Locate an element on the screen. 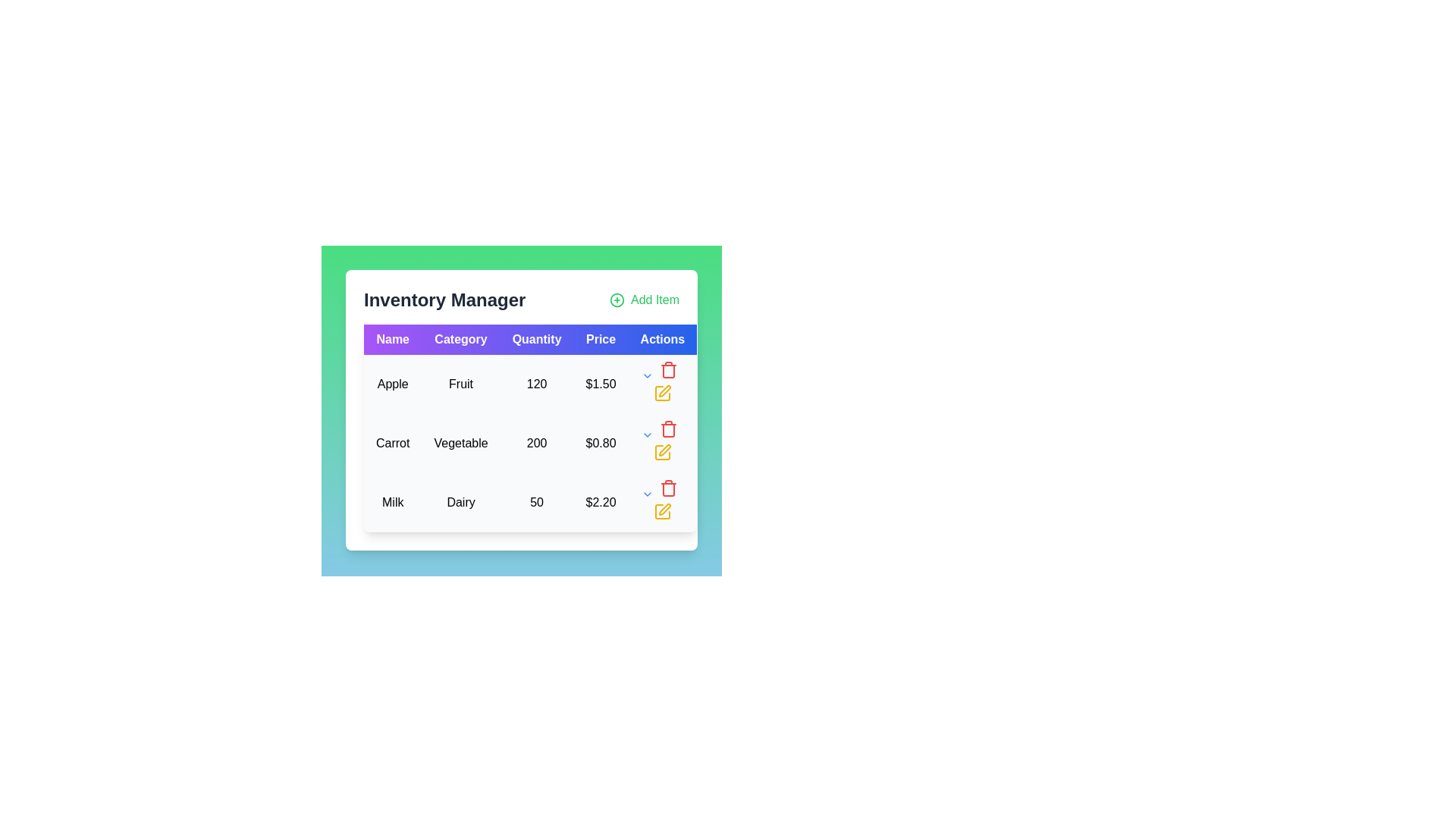  details of the tabular row element containing 'Apple Fruit 120 $1.50' located in the first row of the table is located at coordinates (530, 383).